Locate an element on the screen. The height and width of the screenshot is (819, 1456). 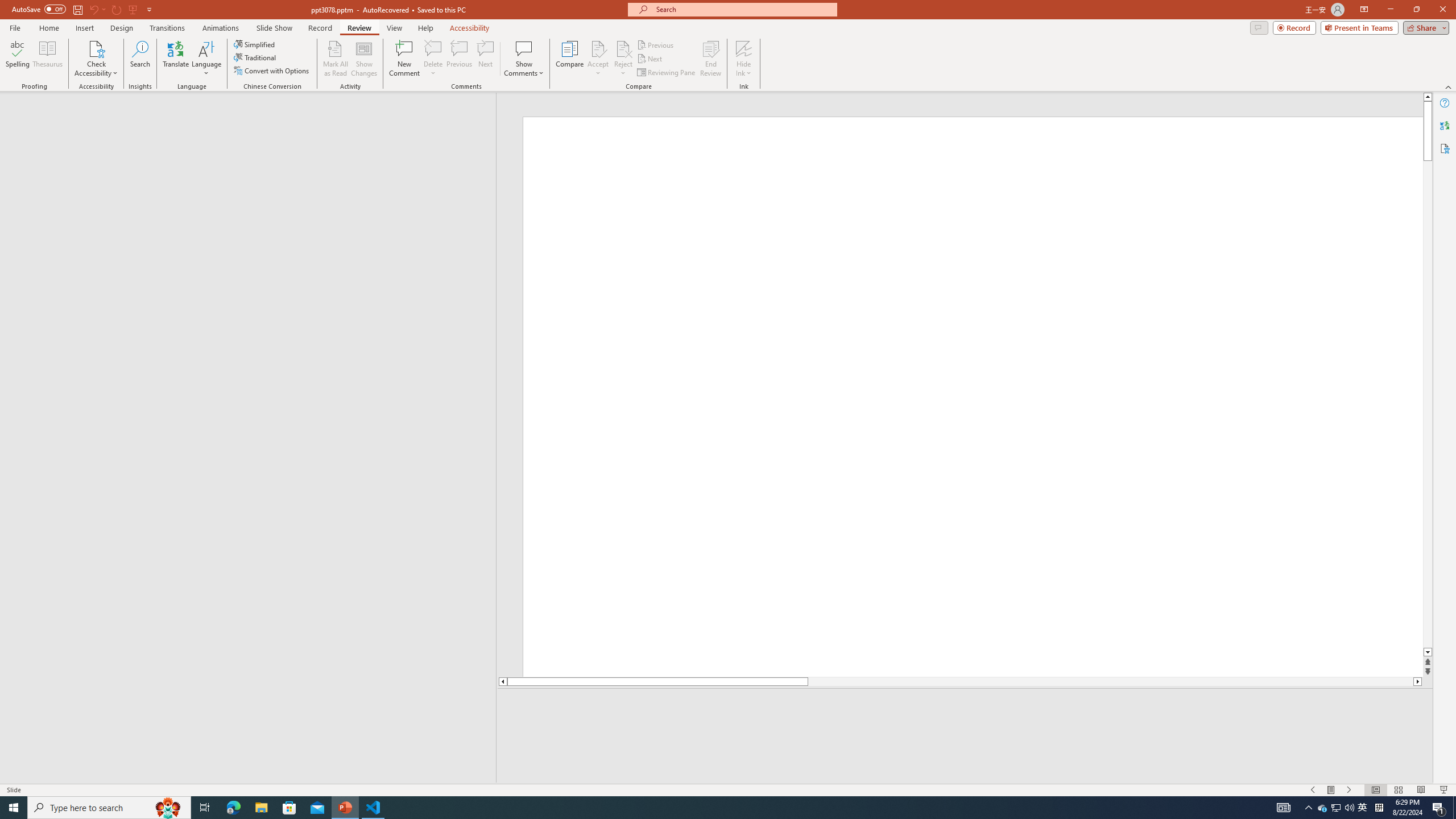
'Spelling...' is located at coordinates (16, 59).